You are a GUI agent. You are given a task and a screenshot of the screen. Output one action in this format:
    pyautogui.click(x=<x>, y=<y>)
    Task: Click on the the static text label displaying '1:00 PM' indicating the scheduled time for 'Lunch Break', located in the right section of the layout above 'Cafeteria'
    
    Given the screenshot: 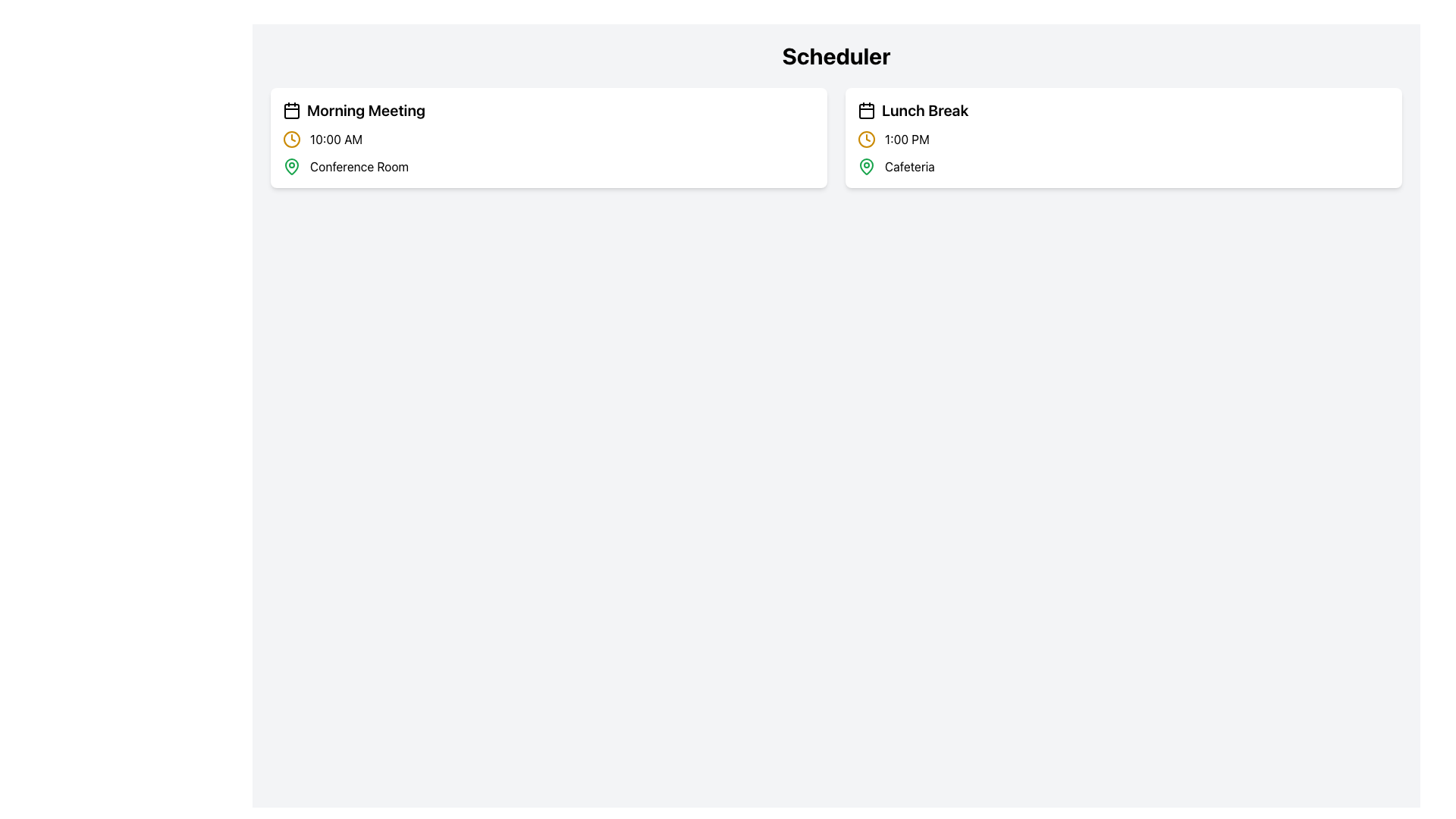 What is the action you would take?
    pyautogui.click(x=907, y=140)
    